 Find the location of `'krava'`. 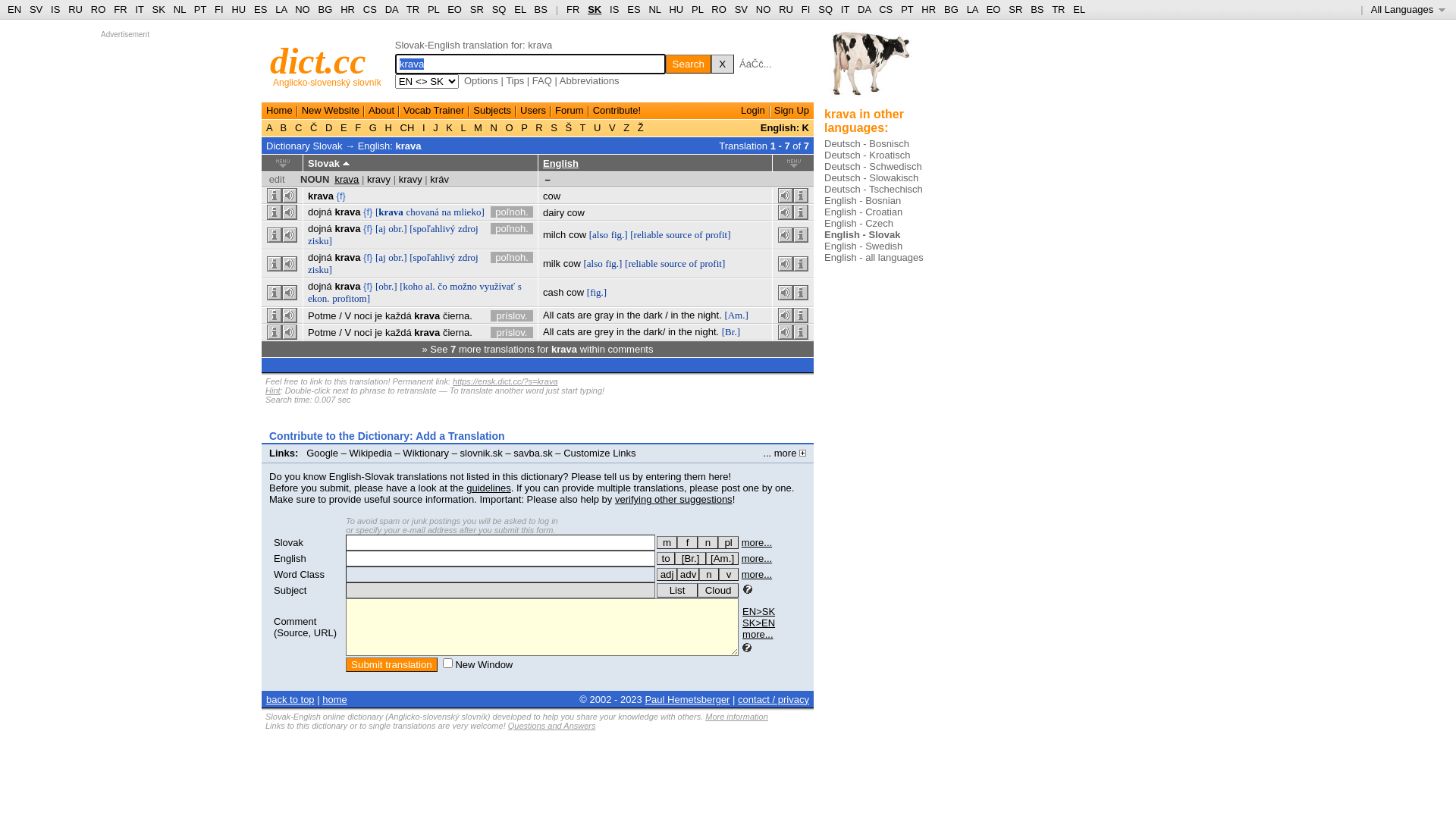

'krava' is located at coordinates (346, 212).